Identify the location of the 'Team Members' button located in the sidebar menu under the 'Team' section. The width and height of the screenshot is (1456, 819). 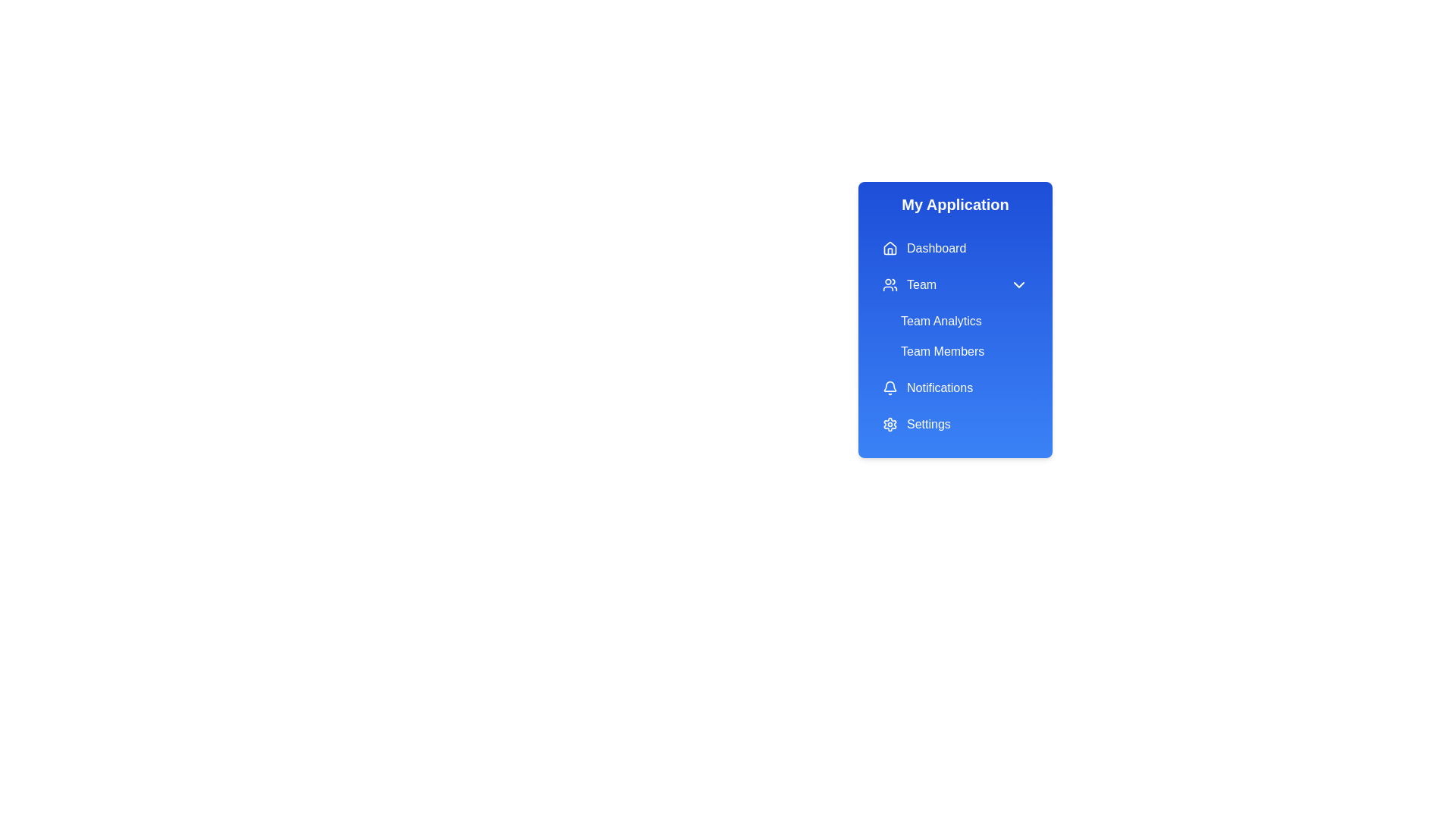
(964, 351).